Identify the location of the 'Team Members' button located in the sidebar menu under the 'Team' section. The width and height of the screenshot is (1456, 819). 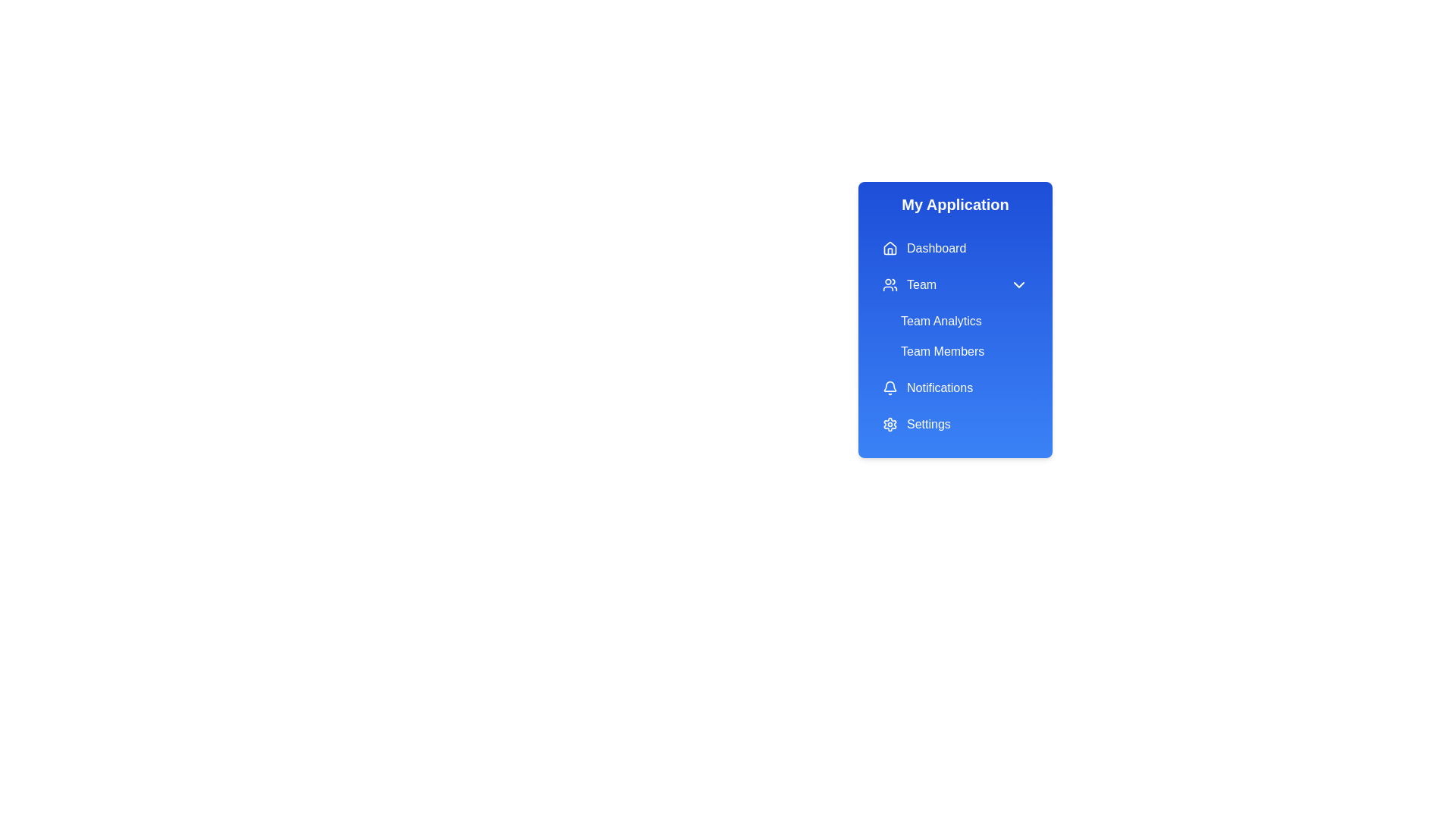
(964, 351).